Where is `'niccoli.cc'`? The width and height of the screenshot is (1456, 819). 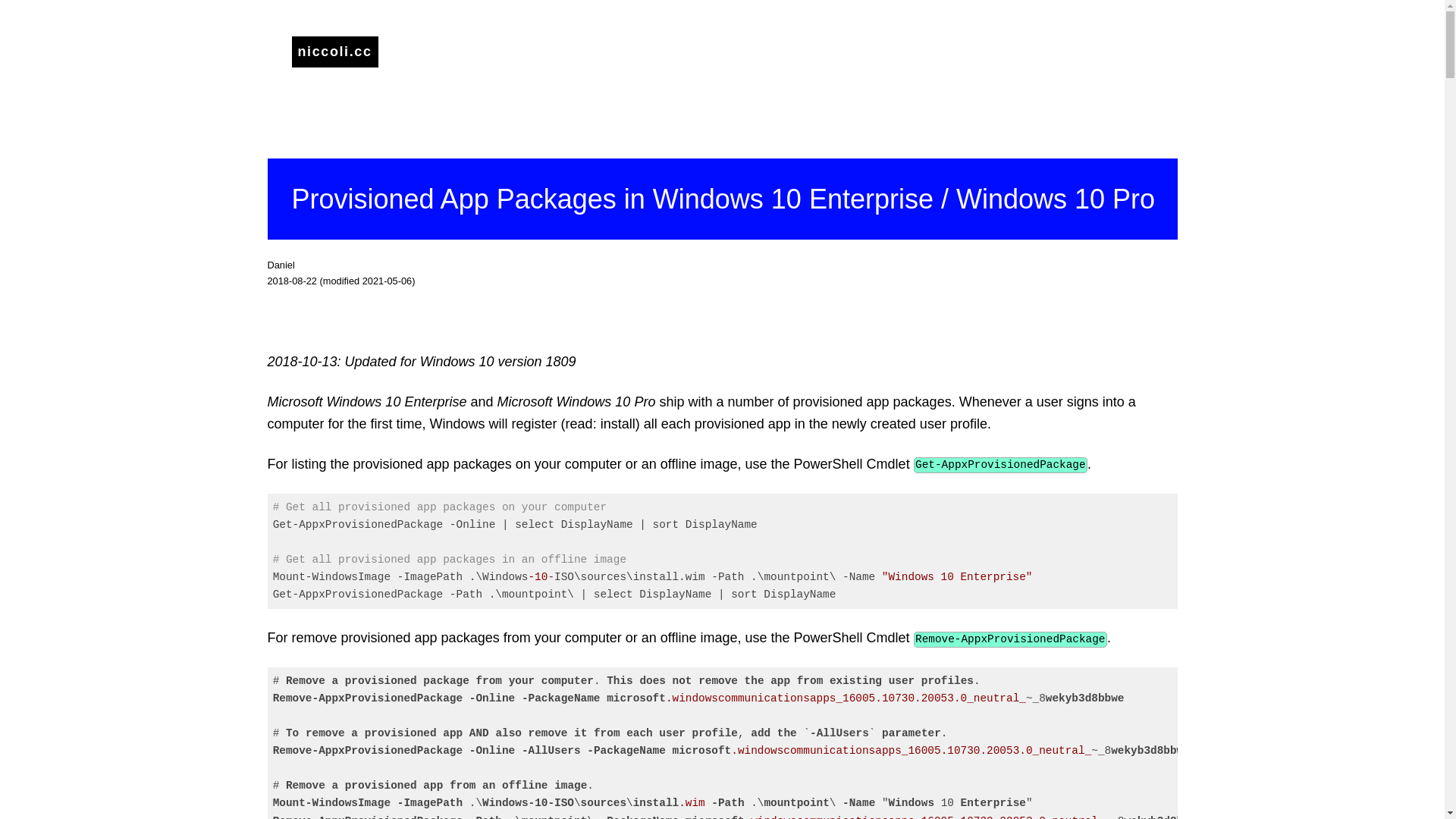
'niccoli.cc' is located at coordinates (334, 51).